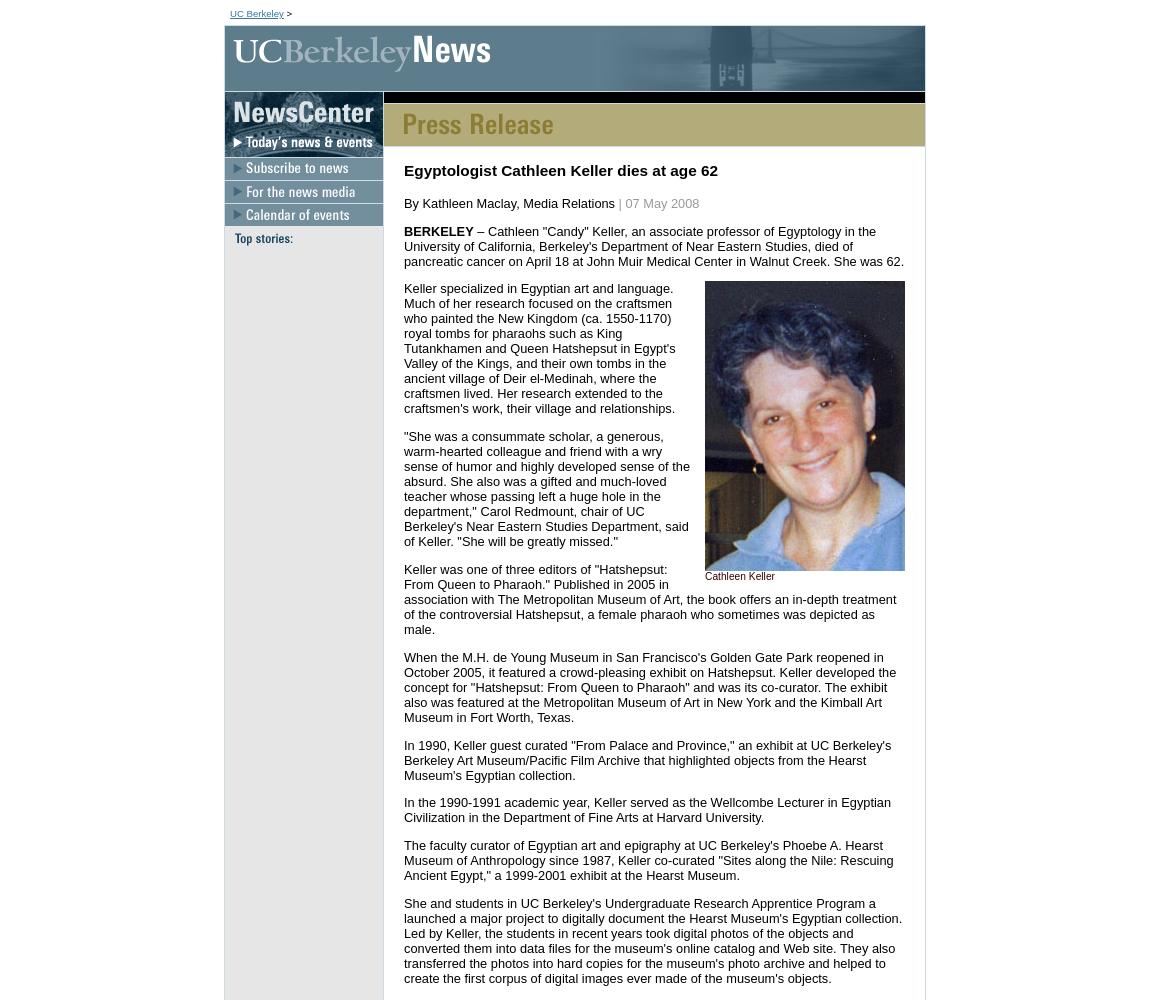  What do you see at coordinates (738, 575) in the screenshot?
I see `'Cathleen Keller'` at bounding box center [738, 575].